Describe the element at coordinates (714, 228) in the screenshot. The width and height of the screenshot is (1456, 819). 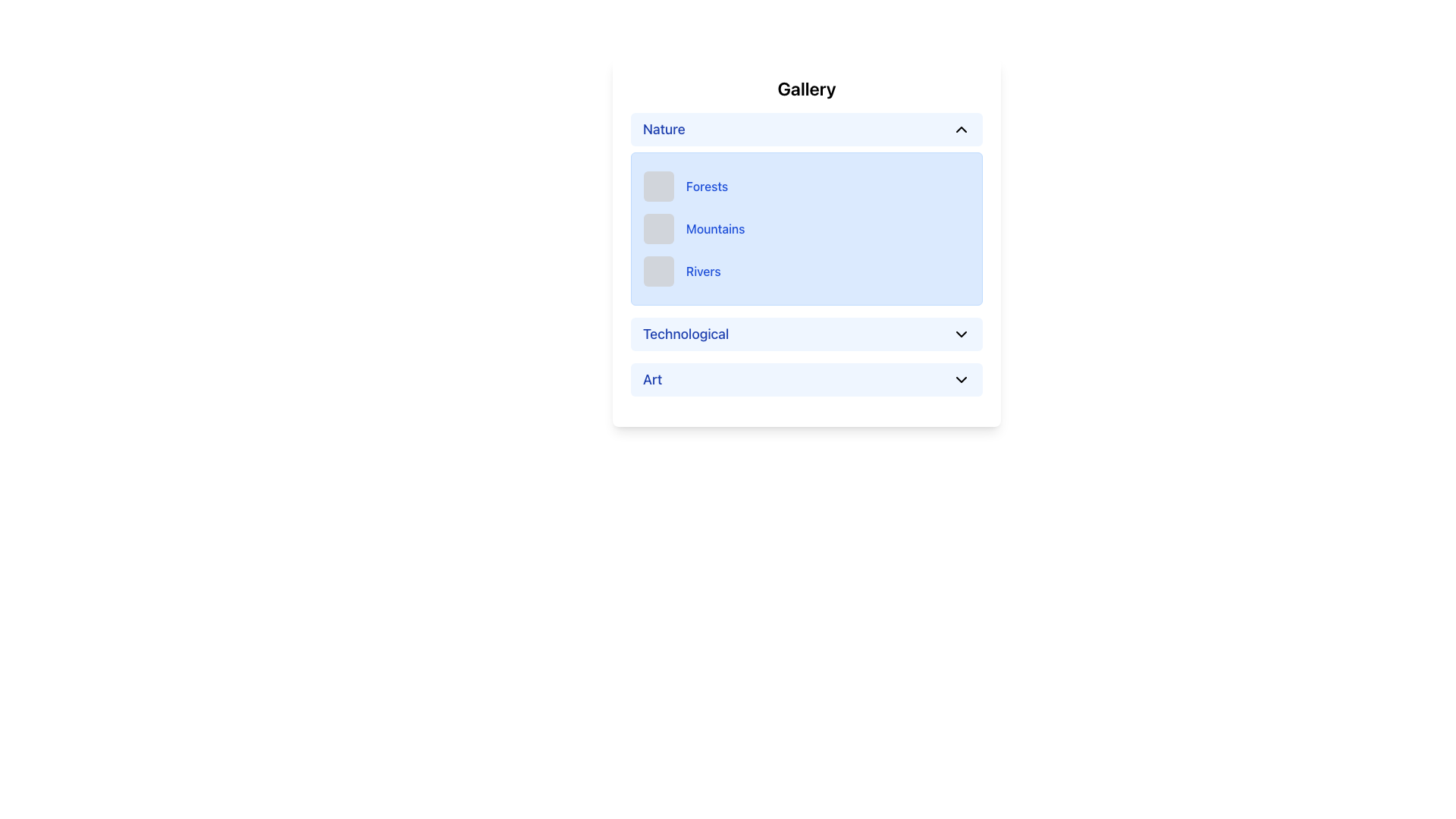
I see `the 'Mountains' text label located in the 'Nature' section of the 'Gallery' interface` at that location.